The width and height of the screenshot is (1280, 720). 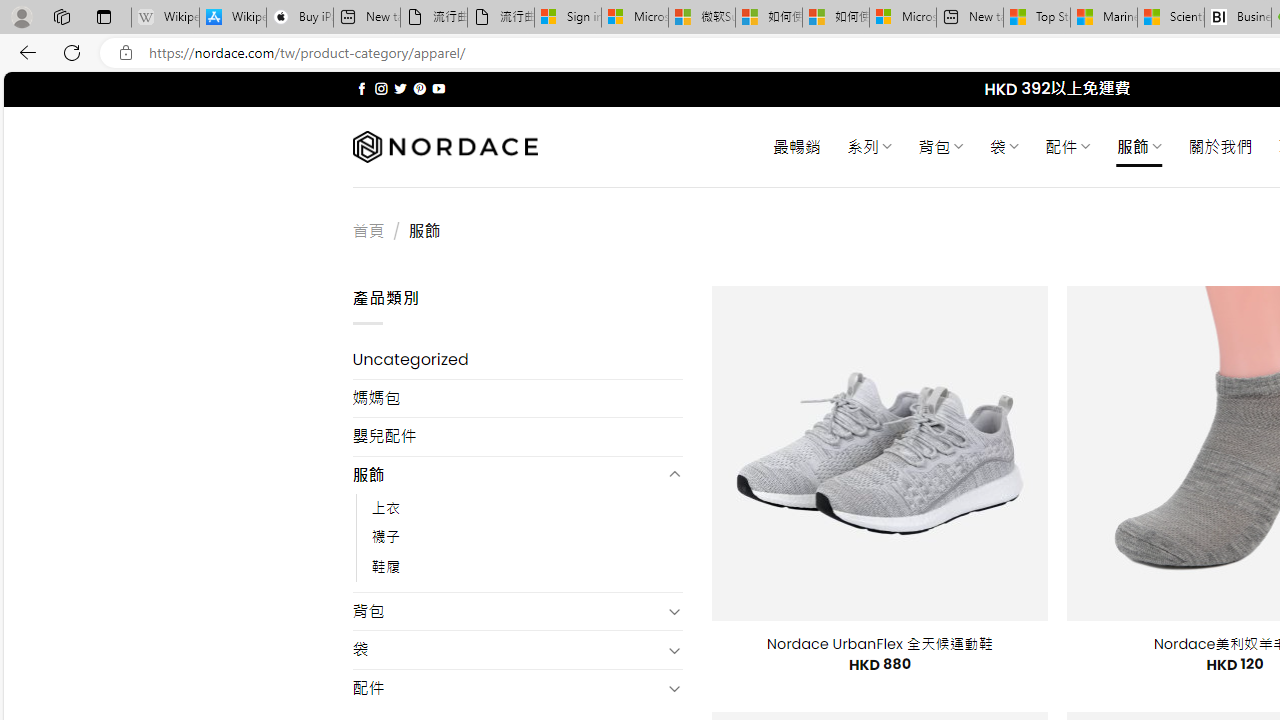 What do you see at coordinates (418, 88) in the screenshot?
I see `'Follow on Pinterest'` at bounding box center [418, 88].